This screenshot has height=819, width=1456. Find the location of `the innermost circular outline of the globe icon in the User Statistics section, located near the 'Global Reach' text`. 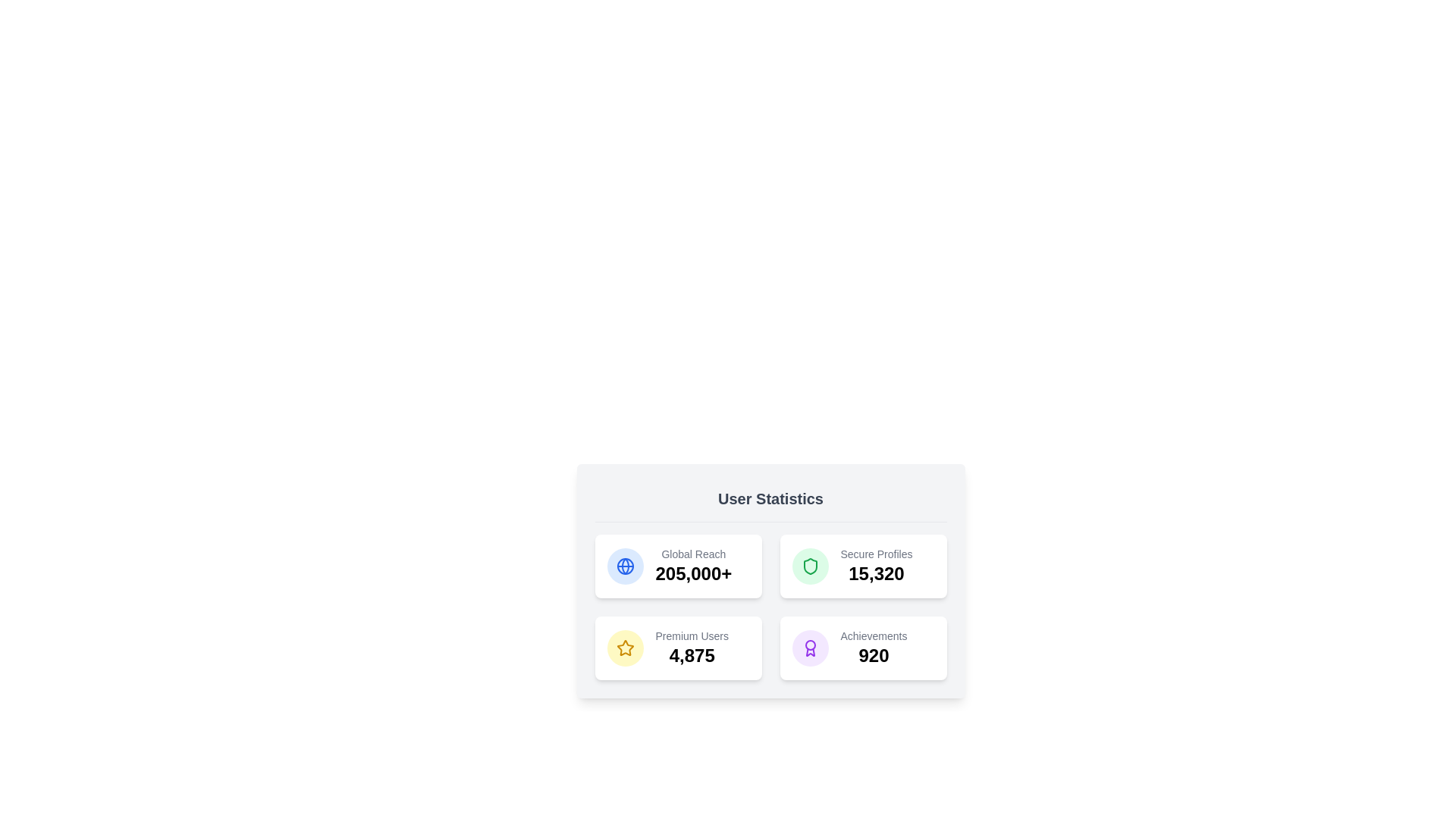

the innermost circular outline of the globe icon in the User Statistics section, located near the 'Global Reach' text is located at coordinates (625, 566).